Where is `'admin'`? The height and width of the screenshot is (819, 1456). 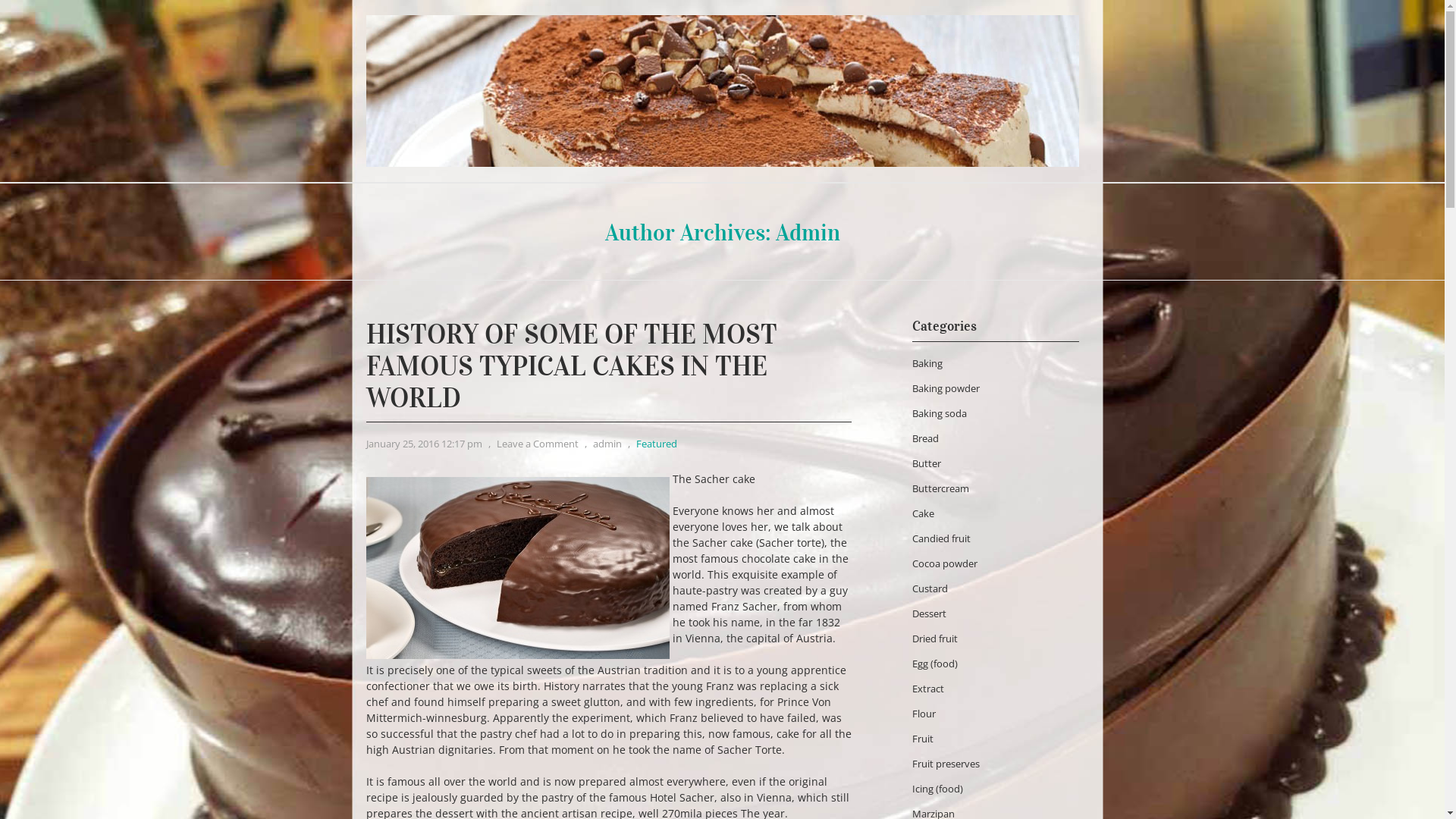
'admin' is located at coordinates (592, 444).